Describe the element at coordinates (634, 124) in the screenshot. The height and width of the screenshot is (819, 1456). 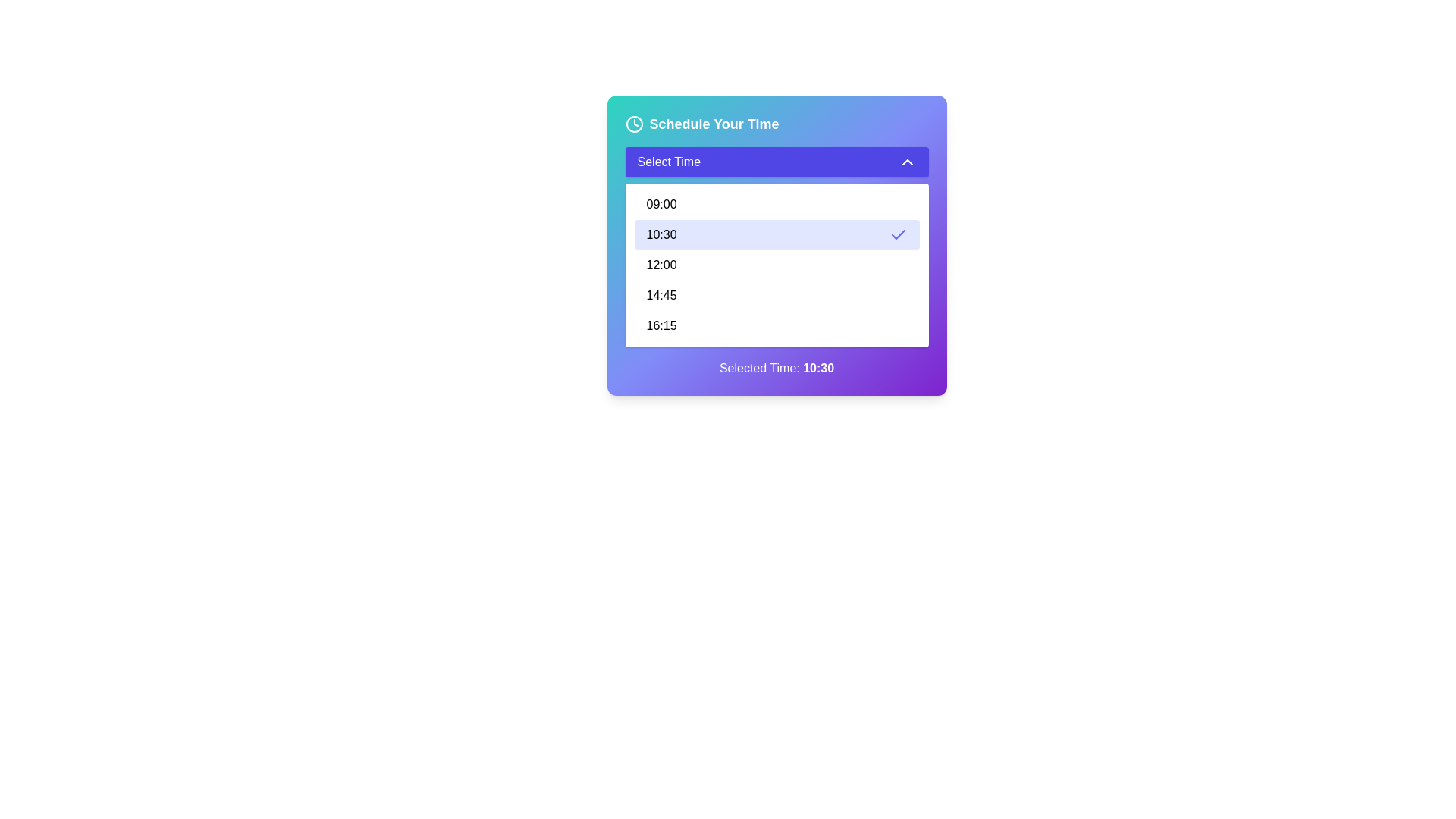
I see `the circular outer boundary of the clock icon located at the top left corner of the 'Schedule Your Time' panel` at that location.